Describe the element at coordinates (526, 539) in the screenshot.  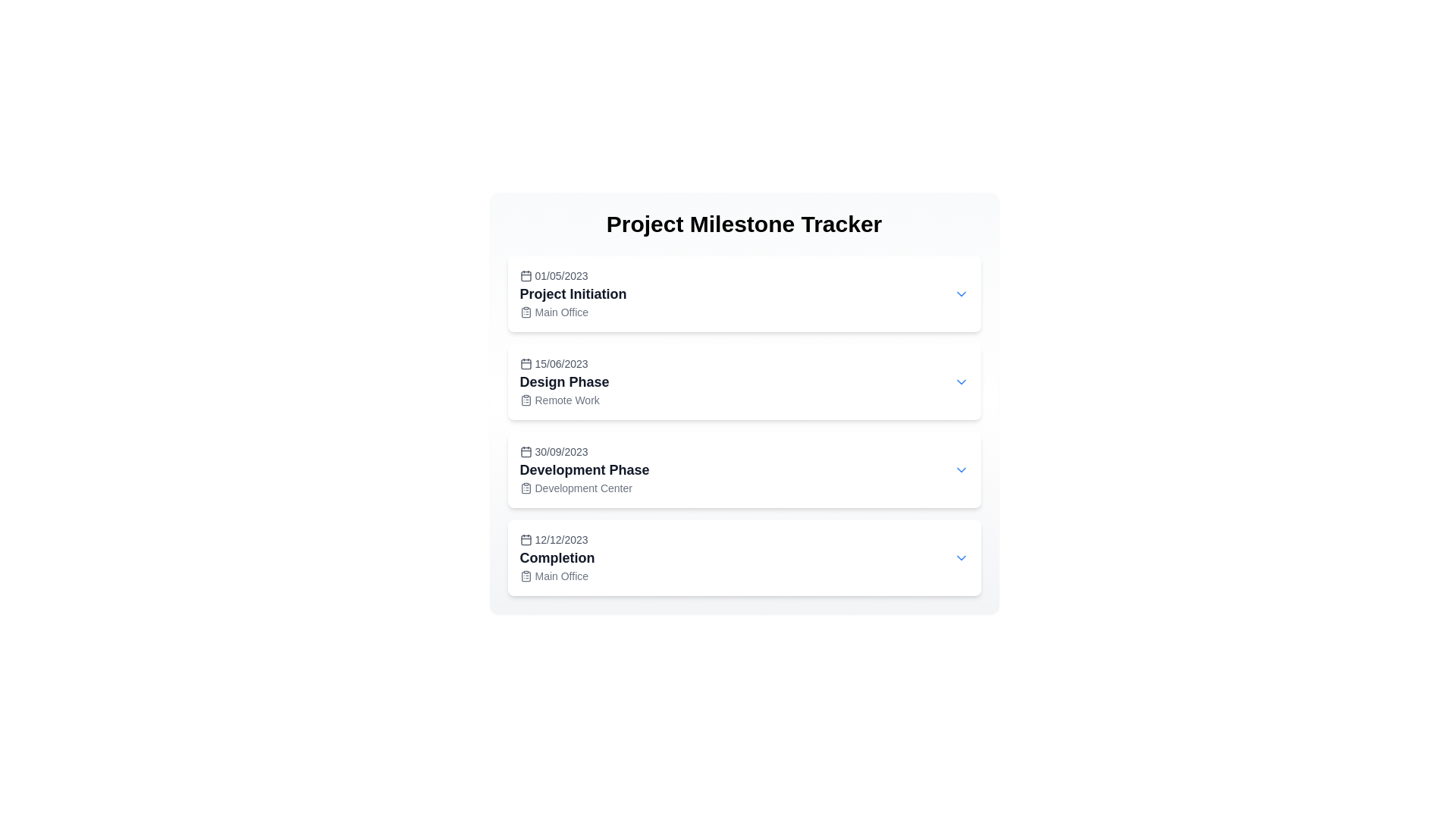
I see `the calendar icon that contains the graphical rectangle representing the date '12/12/2023'` at that location.